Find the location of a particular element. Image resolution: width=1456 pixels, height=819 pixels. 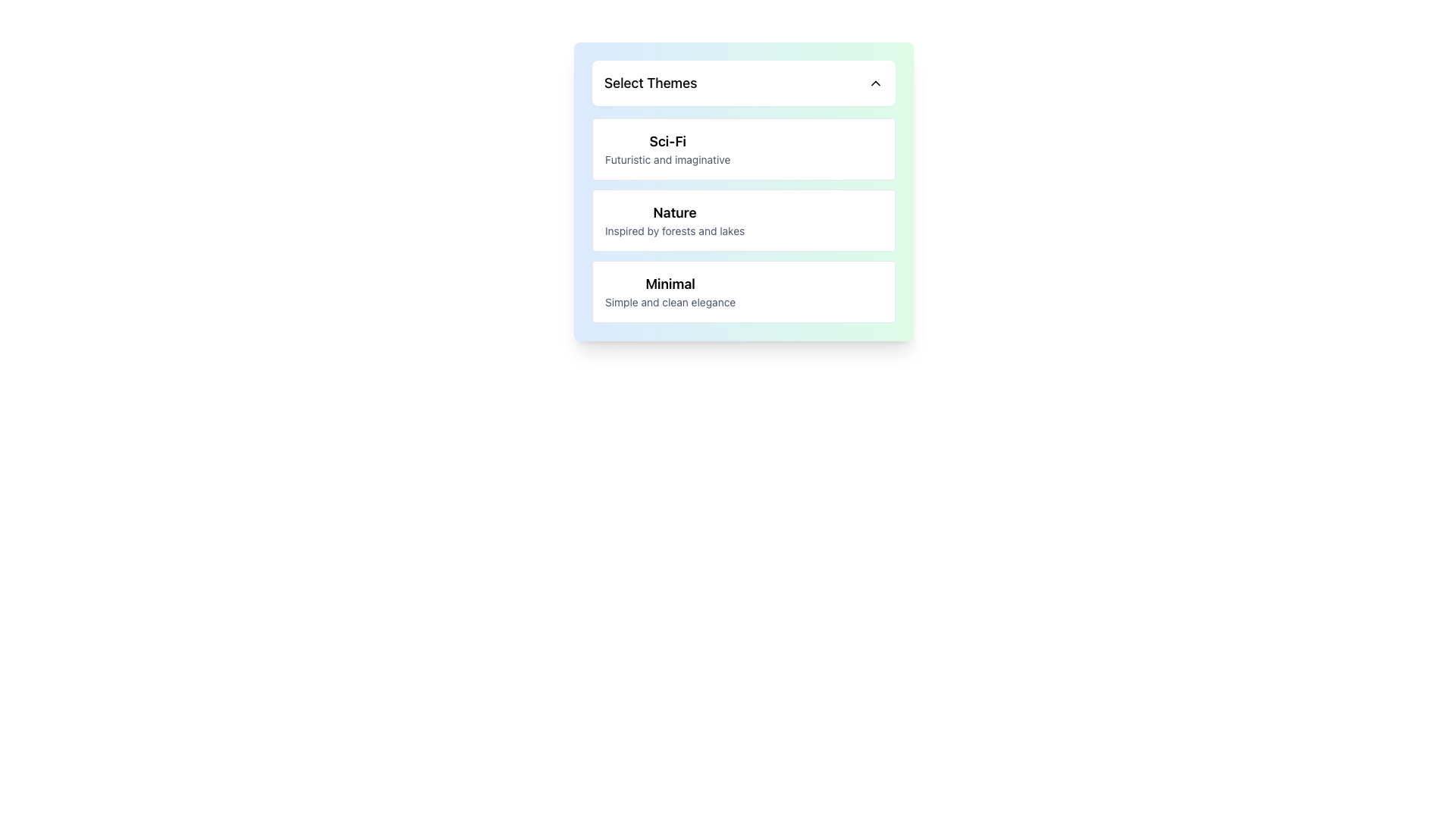

the topmost interactive list item labeled 'Sci-Fi' is located at coordinates (667, 149).